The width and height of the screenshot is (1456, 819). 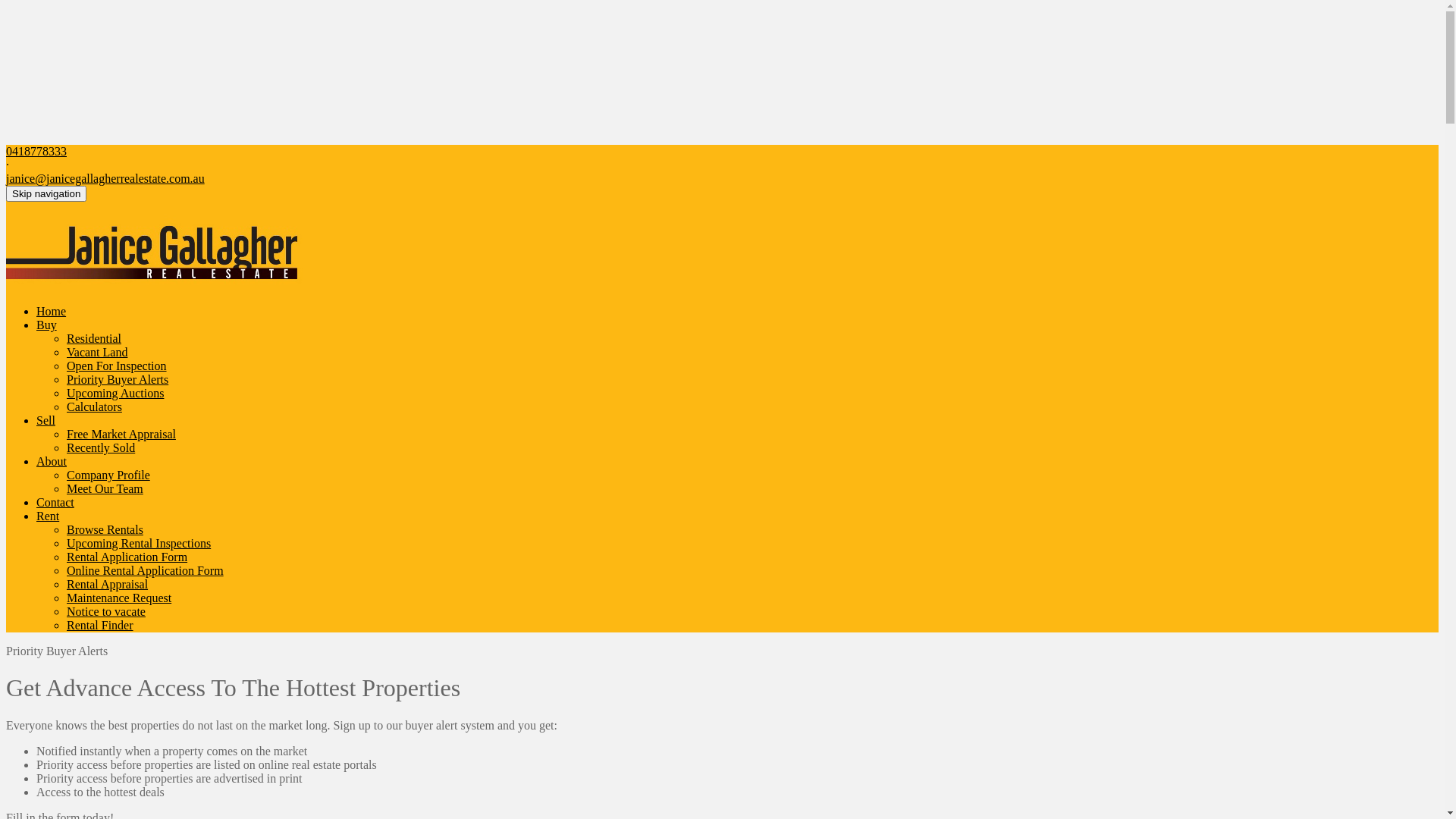 What do you see at coordinates (120, 434) in the screenshot?
I see `'Free Market Appraisal'` at bounding box center [120, 434].